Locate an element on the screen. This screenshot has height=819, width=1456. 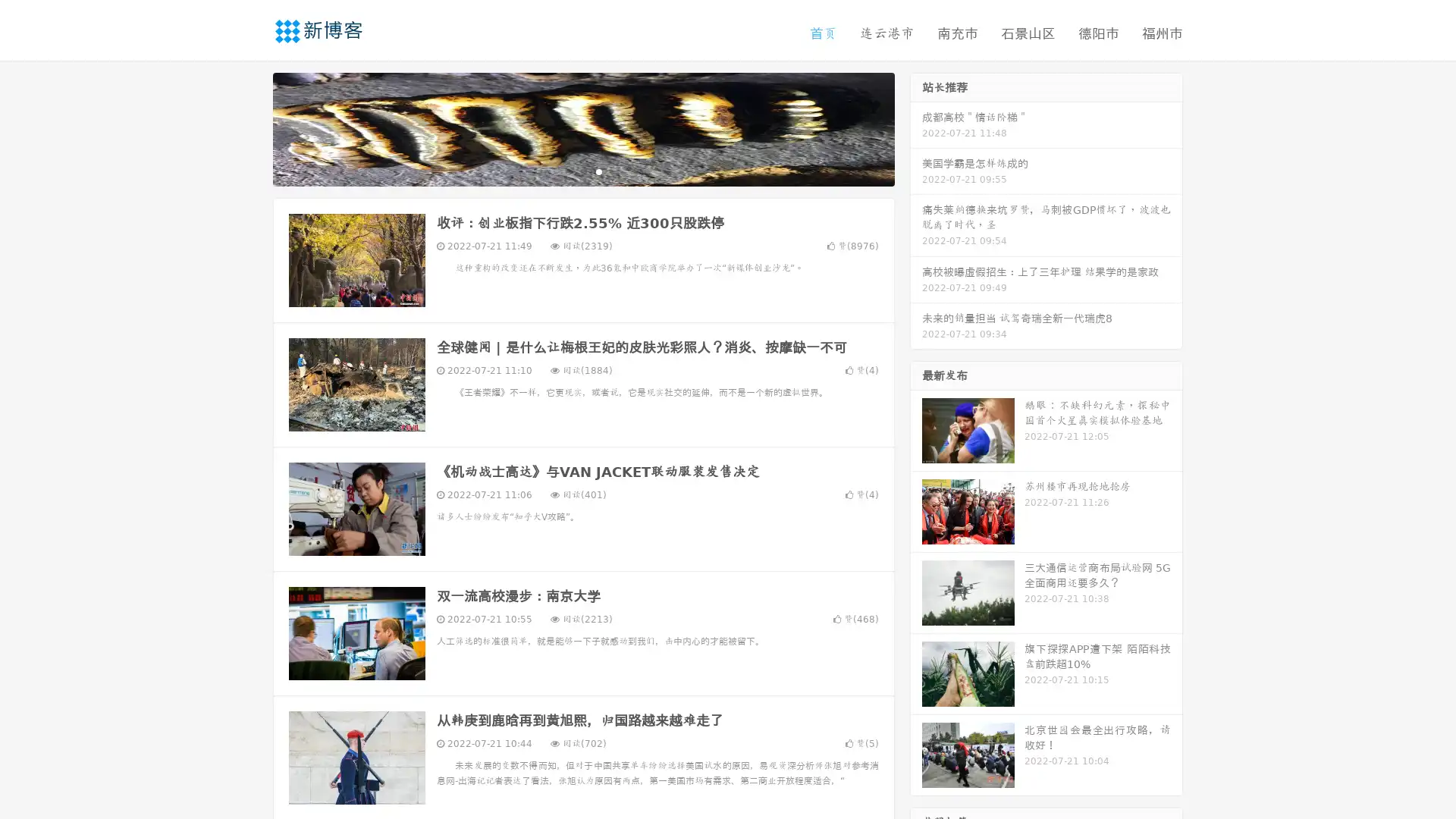
Next slide is located at coordinates (916, 127).